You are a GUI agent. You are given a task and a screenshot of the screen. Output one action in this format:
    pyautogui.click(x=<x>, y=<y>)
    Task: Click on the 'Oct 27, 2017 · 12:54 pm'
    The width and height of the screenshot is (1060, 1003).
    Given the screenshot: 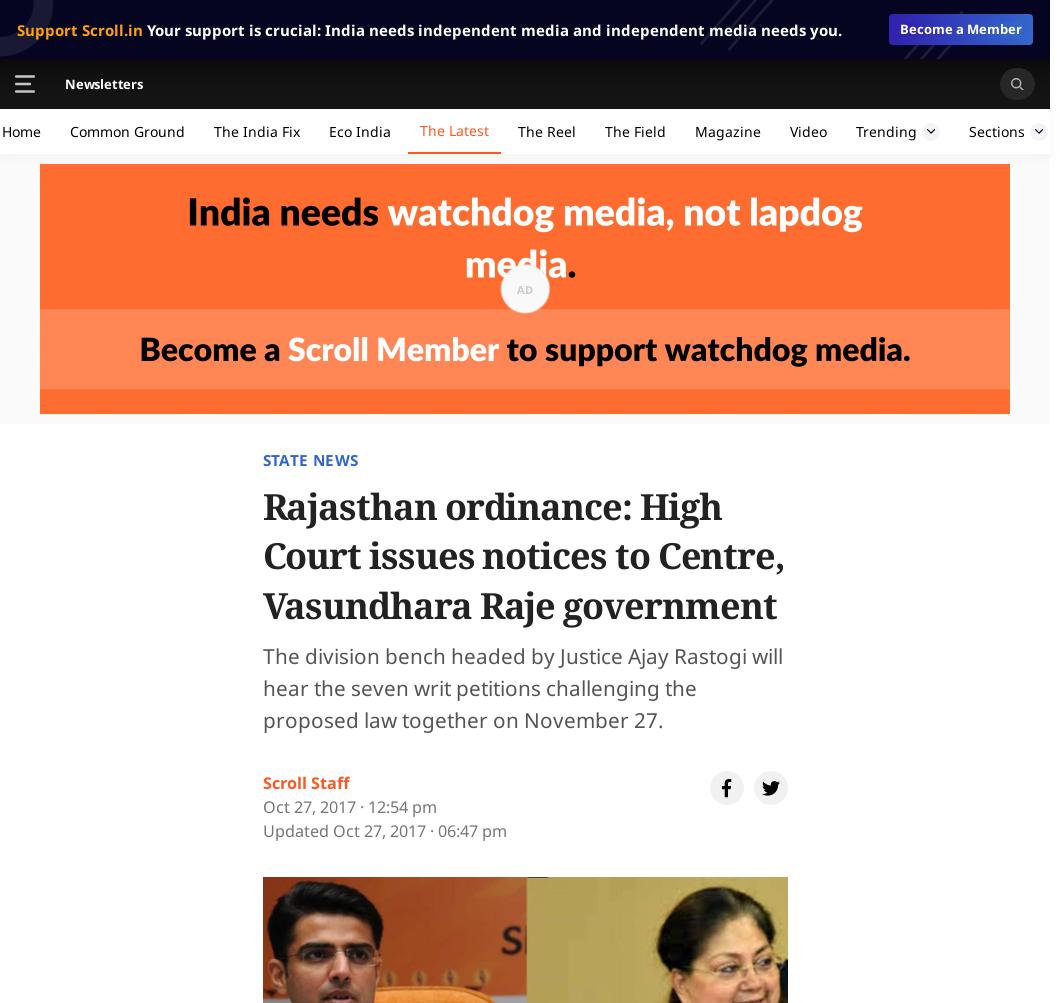 What is the action you would take?
    pyautogui.click(x=348, y=807)
    